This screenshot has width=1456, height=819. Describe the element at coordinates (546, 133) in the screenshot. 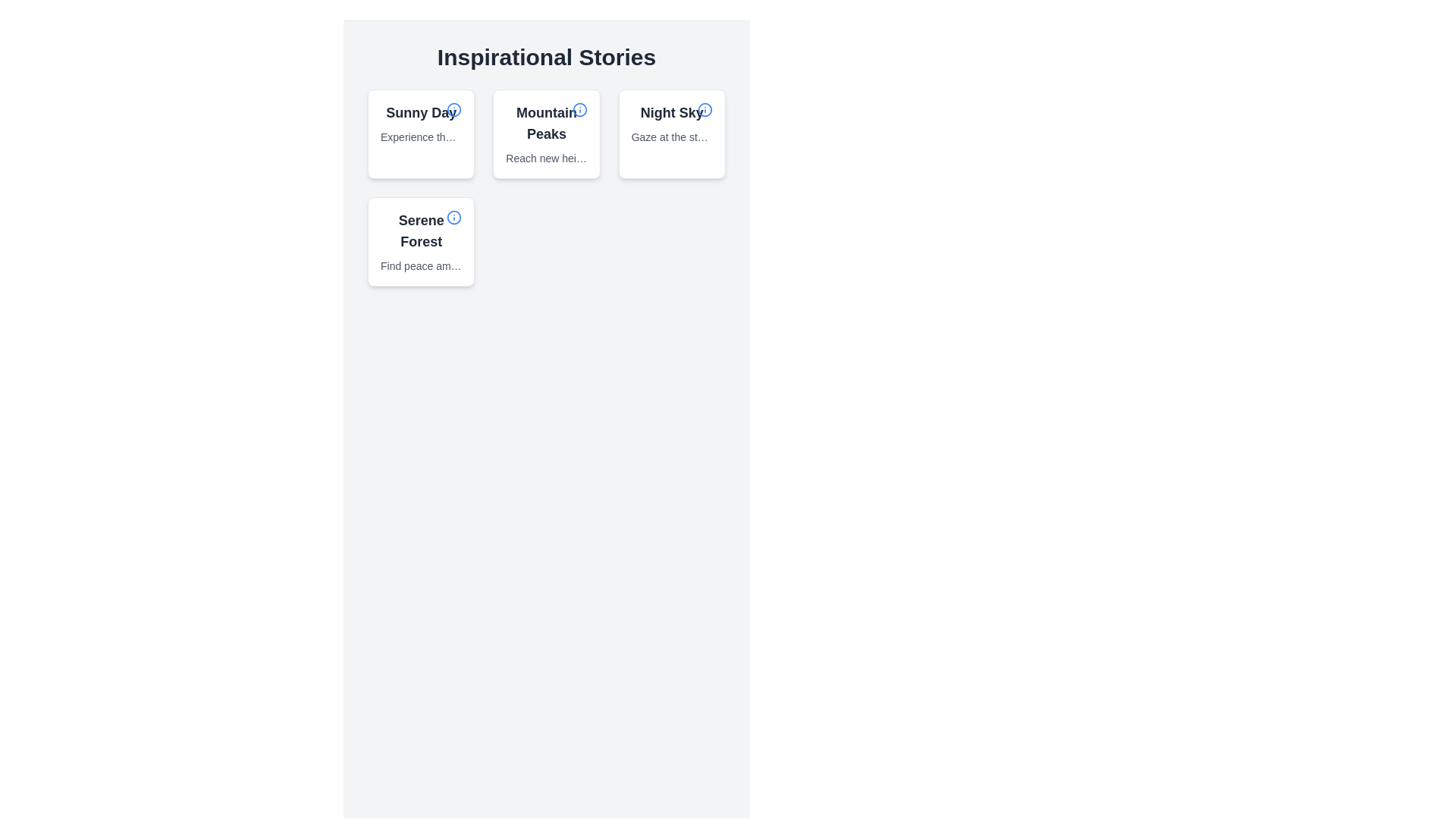

I see `the 'Mountain Peaks' card` at that location.